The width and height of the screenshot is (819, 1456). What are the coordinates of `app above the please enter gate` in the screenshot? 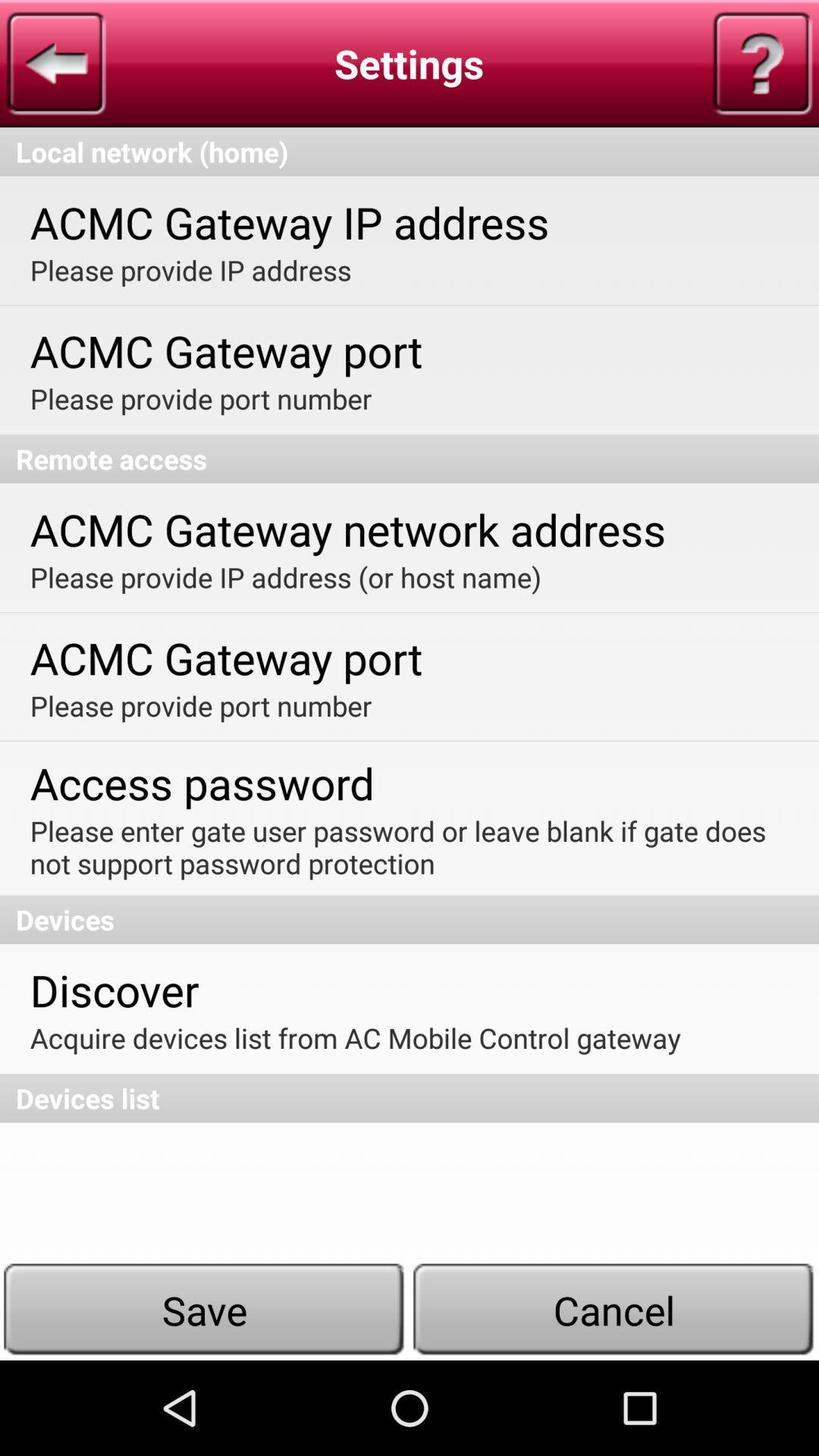 It's located at (201, 783).